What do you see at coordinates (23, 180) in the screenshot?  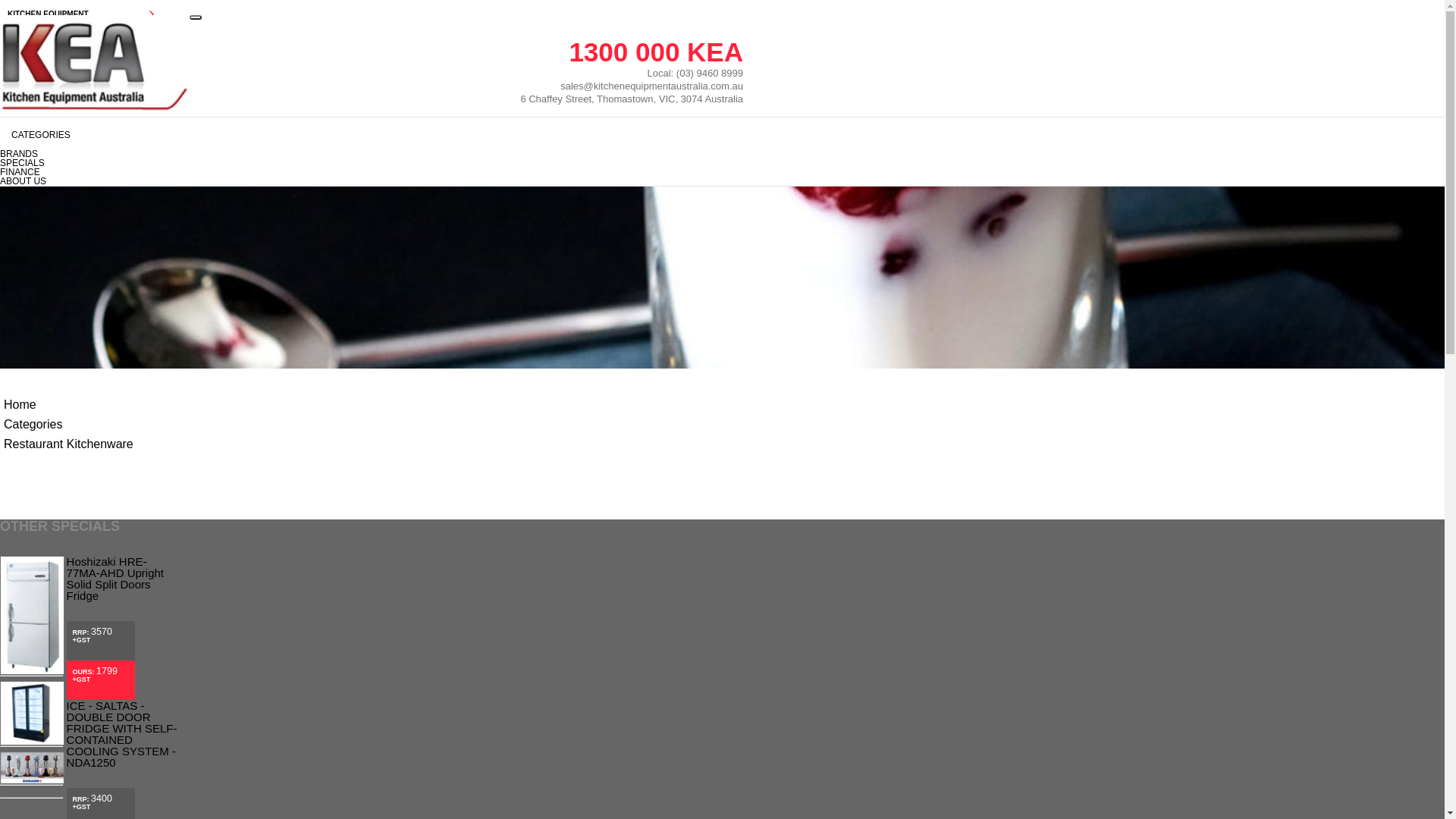 I see `'ABOUT US'` at bounding box center [23, 180].